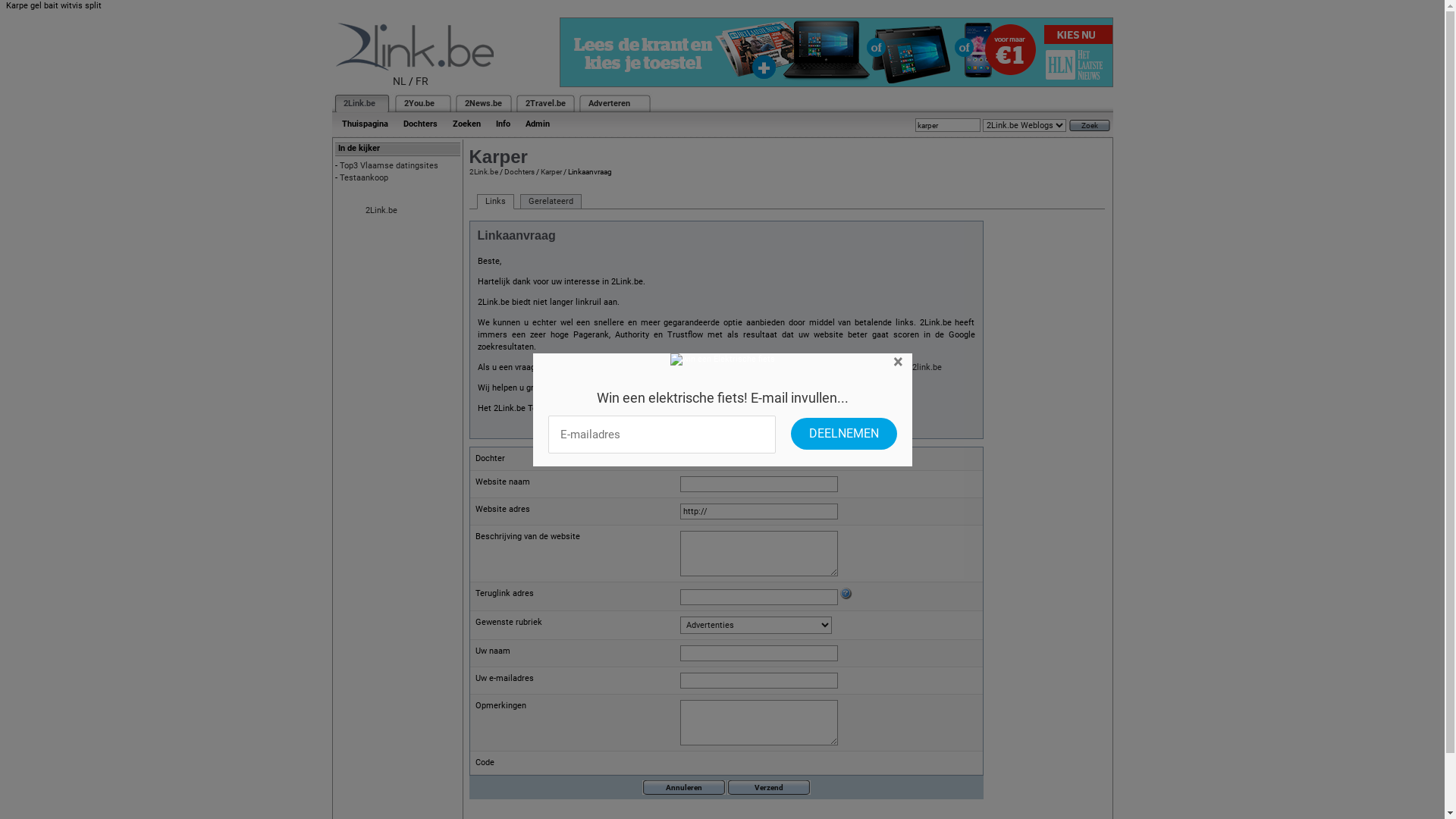 The width and height of the screenshot is (1456, 819). I want to click on 'Dochters', so click(518, 171).